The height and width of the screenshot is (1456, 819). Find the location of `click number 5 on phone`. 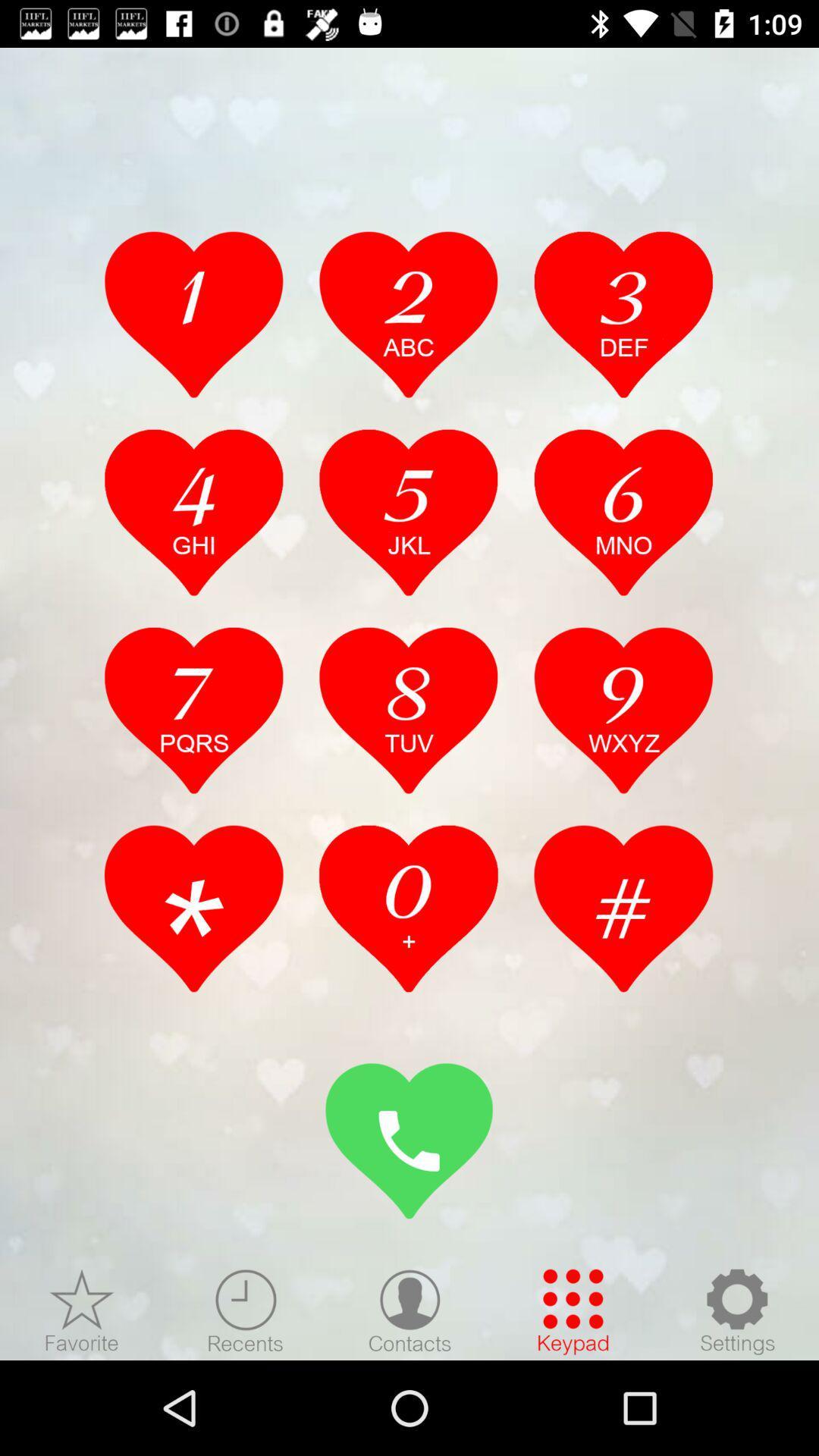

click number 5 on phone is located at coordinates (408, 512).